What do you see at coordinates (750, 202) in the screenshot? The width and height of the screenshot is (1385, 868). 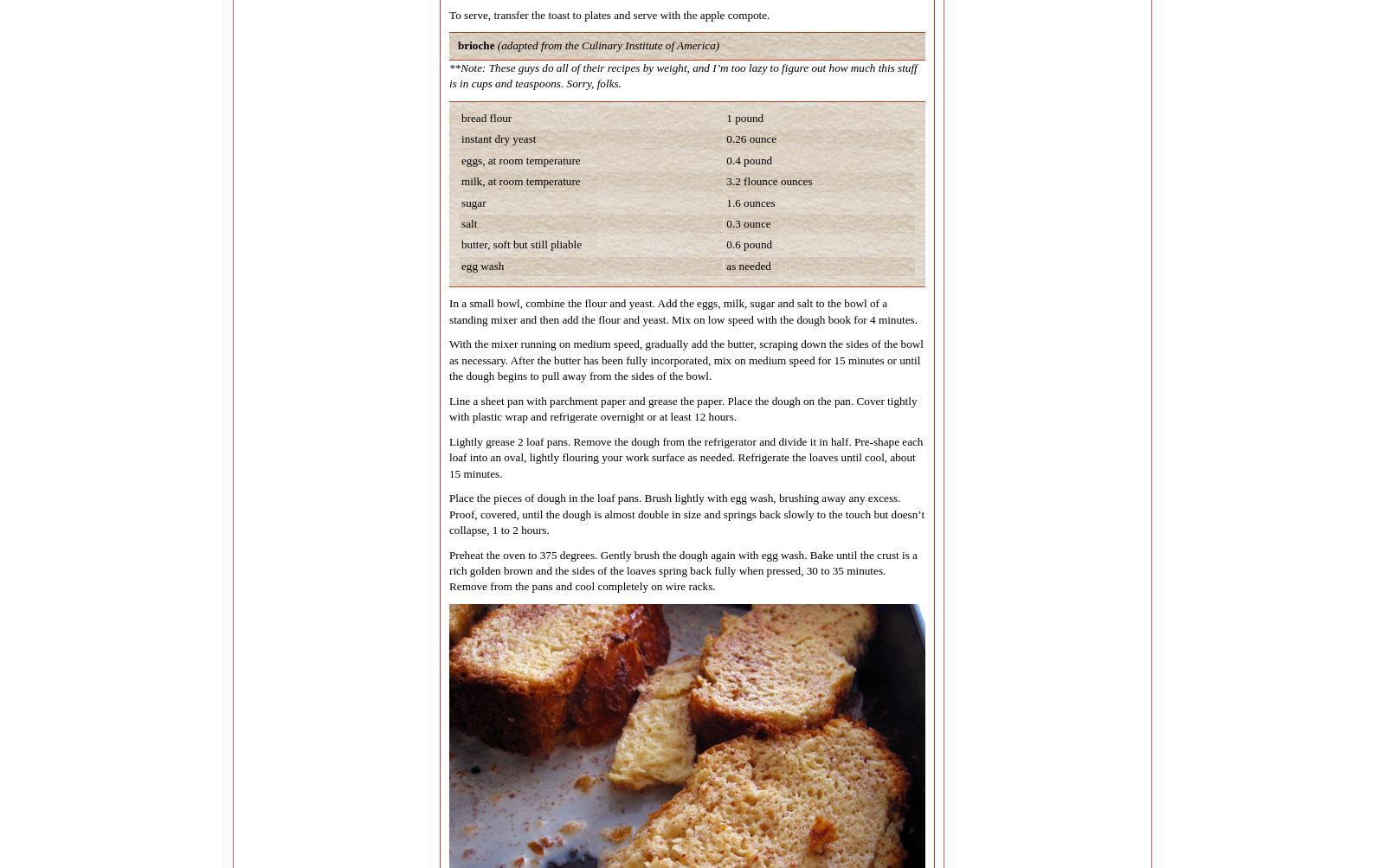 I see `'1.6 ounces'` at bounding box center [750, 202].